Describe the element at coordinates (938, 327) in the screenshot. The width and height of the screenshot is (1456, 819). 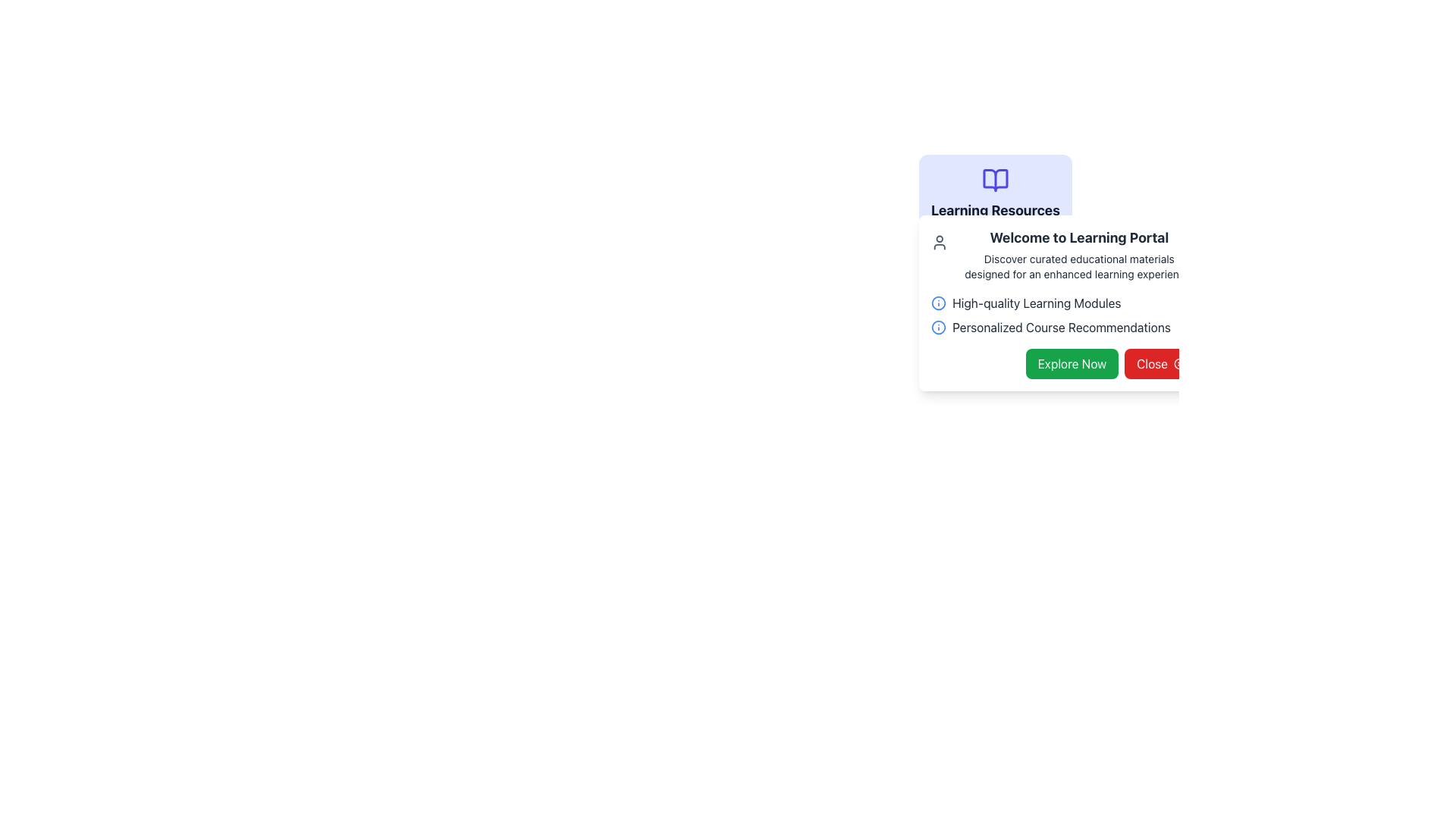
I see `the visual indicator icon that signifies 'Personalized Course Recommendations', located near the bottom center of the UI` at that location.